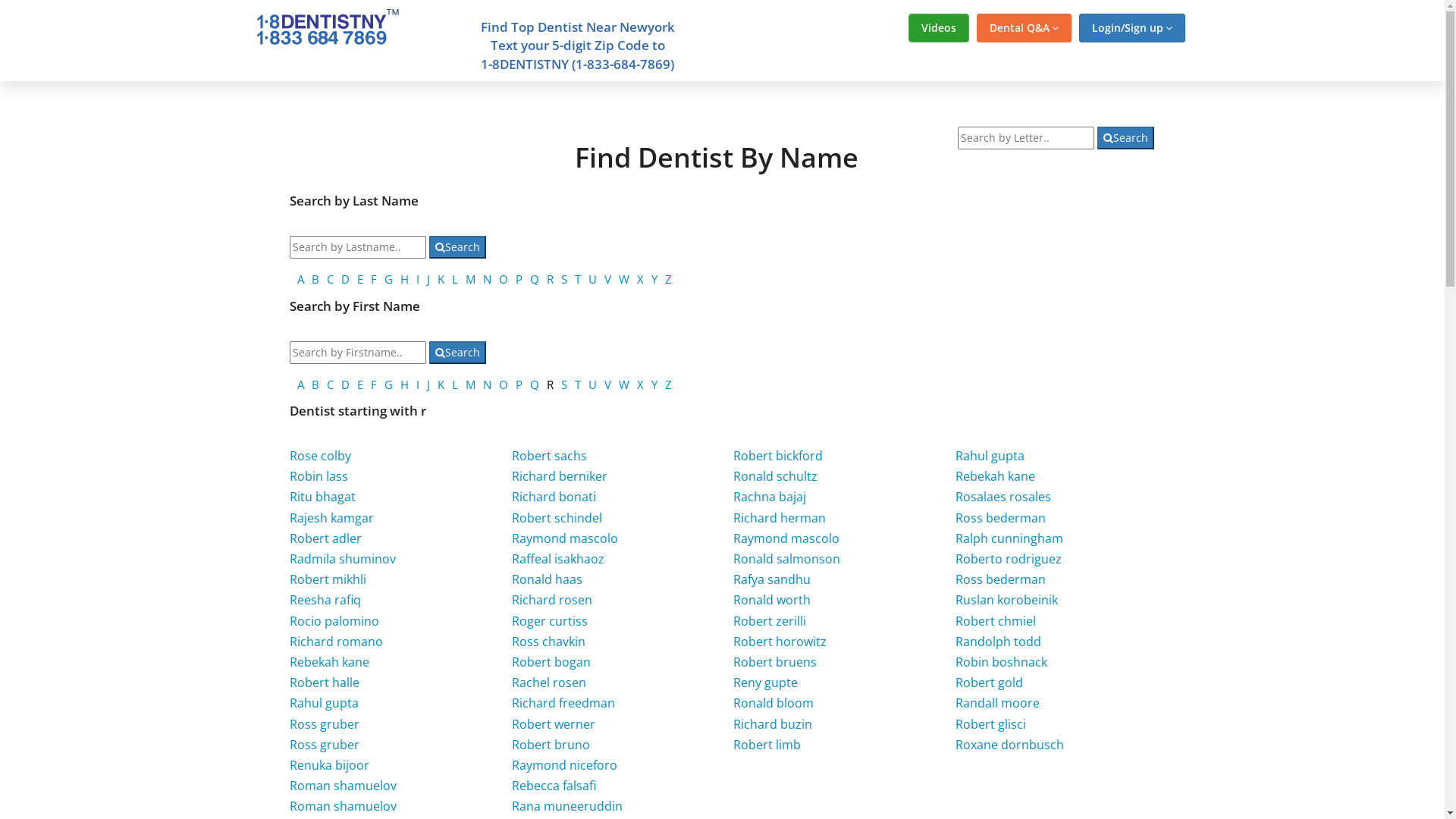 Image resolution: width=1456 pixels, height=819 pixels. I want to click on 'P', so click(516, 383).